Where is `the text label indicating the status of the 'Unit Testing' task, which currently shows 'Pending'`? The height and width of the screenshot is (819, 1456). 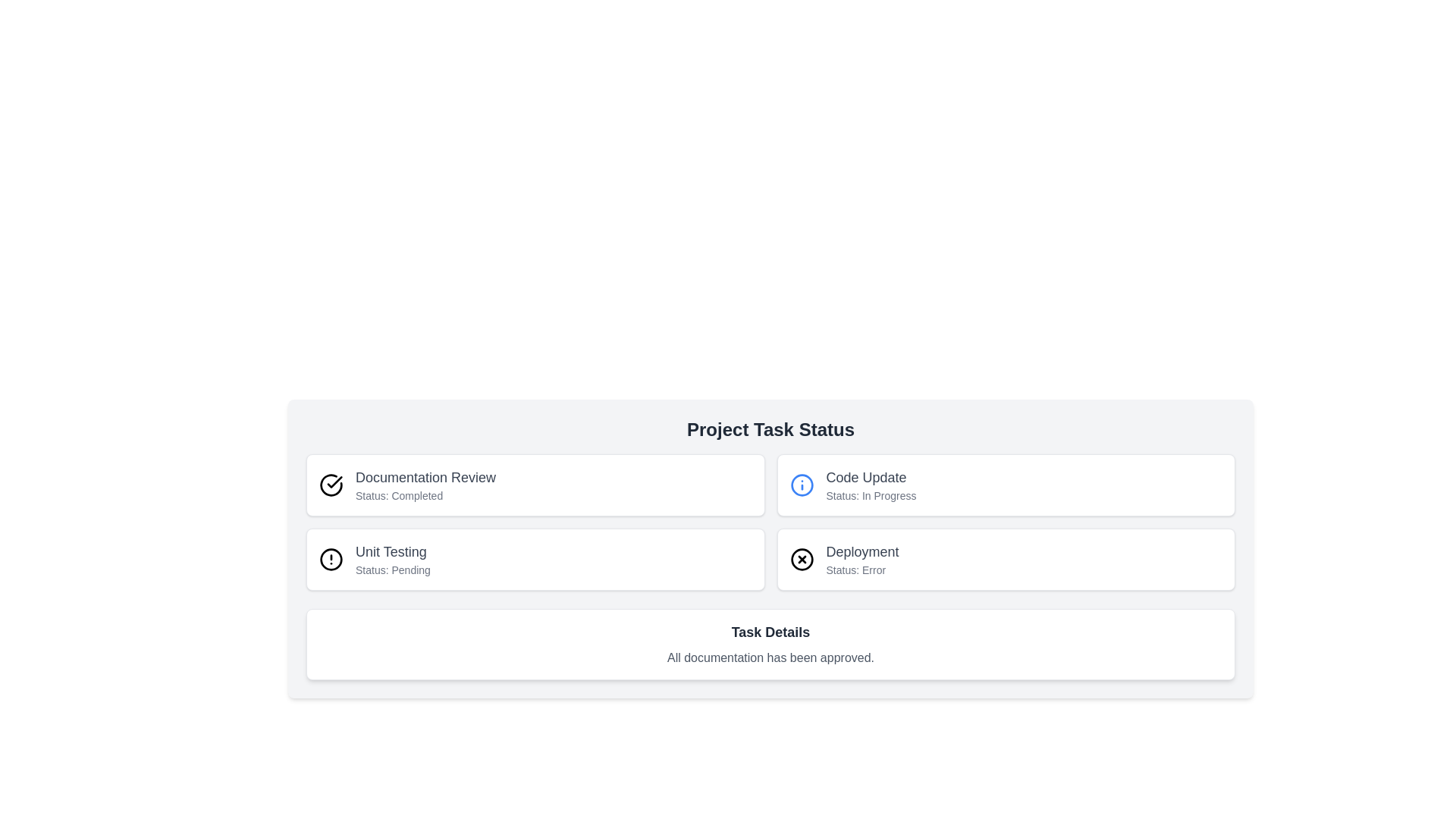
the text label indicating the status of the 'Unit Testing' task, which currently shows 'Pending' is located at coordinates (393, 559).